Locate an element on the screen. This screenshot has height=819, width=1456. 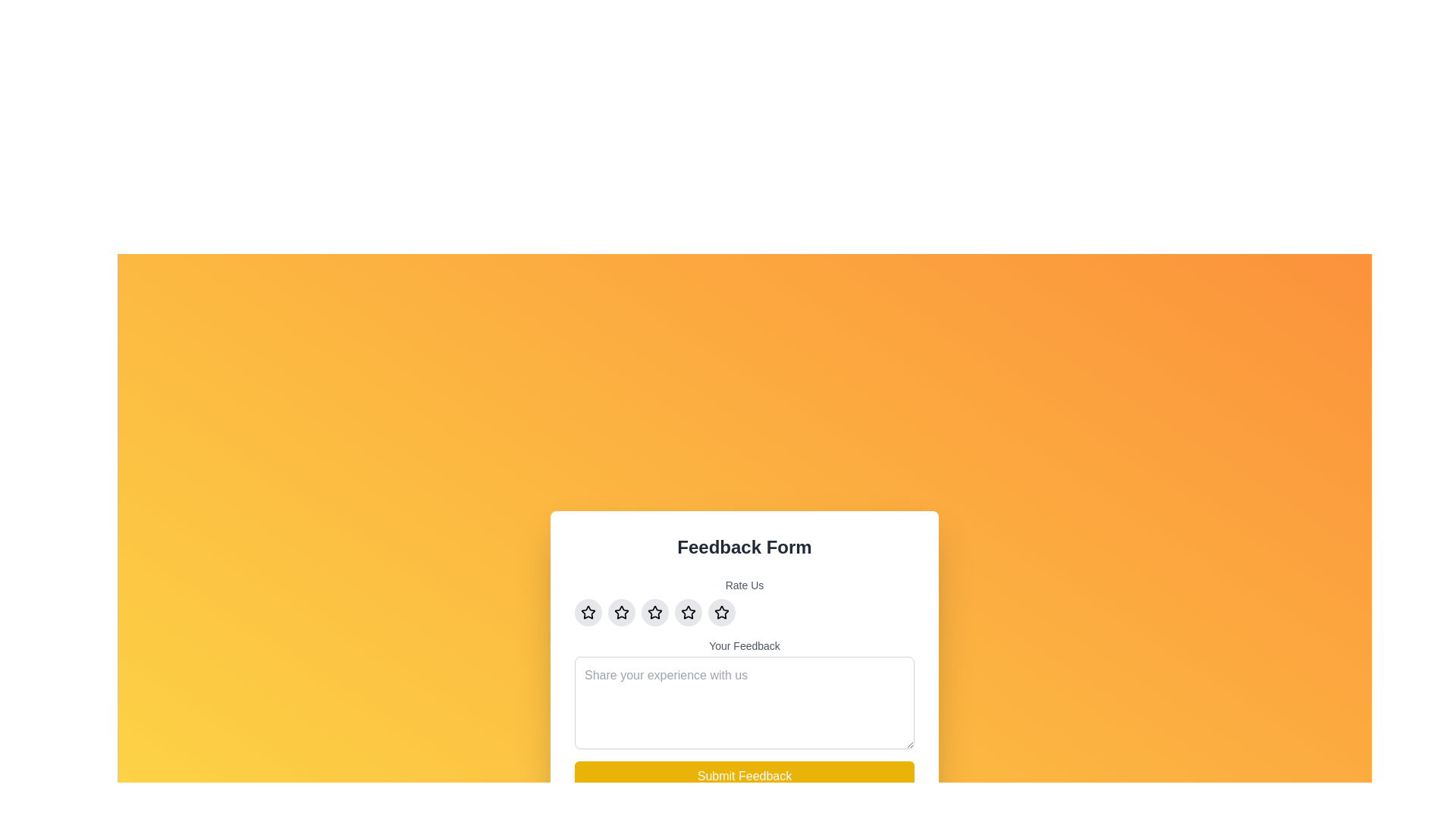
the star icon button is located at coordinates (622, 611).